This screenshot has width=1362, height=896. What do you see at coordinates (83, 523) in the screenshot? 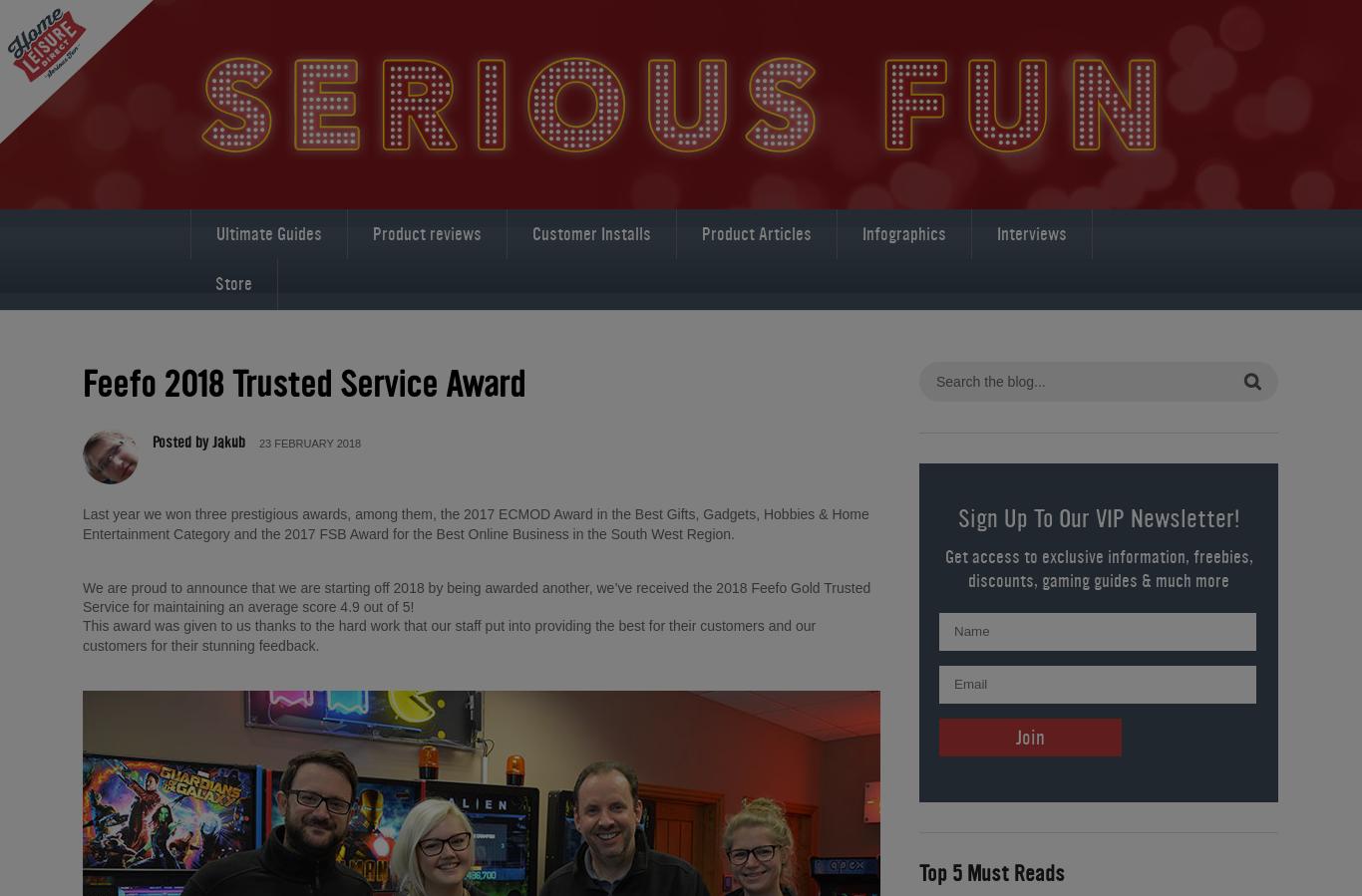
I see `'Last year we won three prestigious awards, among them, the 2017 ECMOD Award in the Best Gifts, Gadgets, Hobbies & Home Entertainment Category and the 2017 FSB Award for the Best Online Business in the South West Region.'` at bounding box center [83, 523].